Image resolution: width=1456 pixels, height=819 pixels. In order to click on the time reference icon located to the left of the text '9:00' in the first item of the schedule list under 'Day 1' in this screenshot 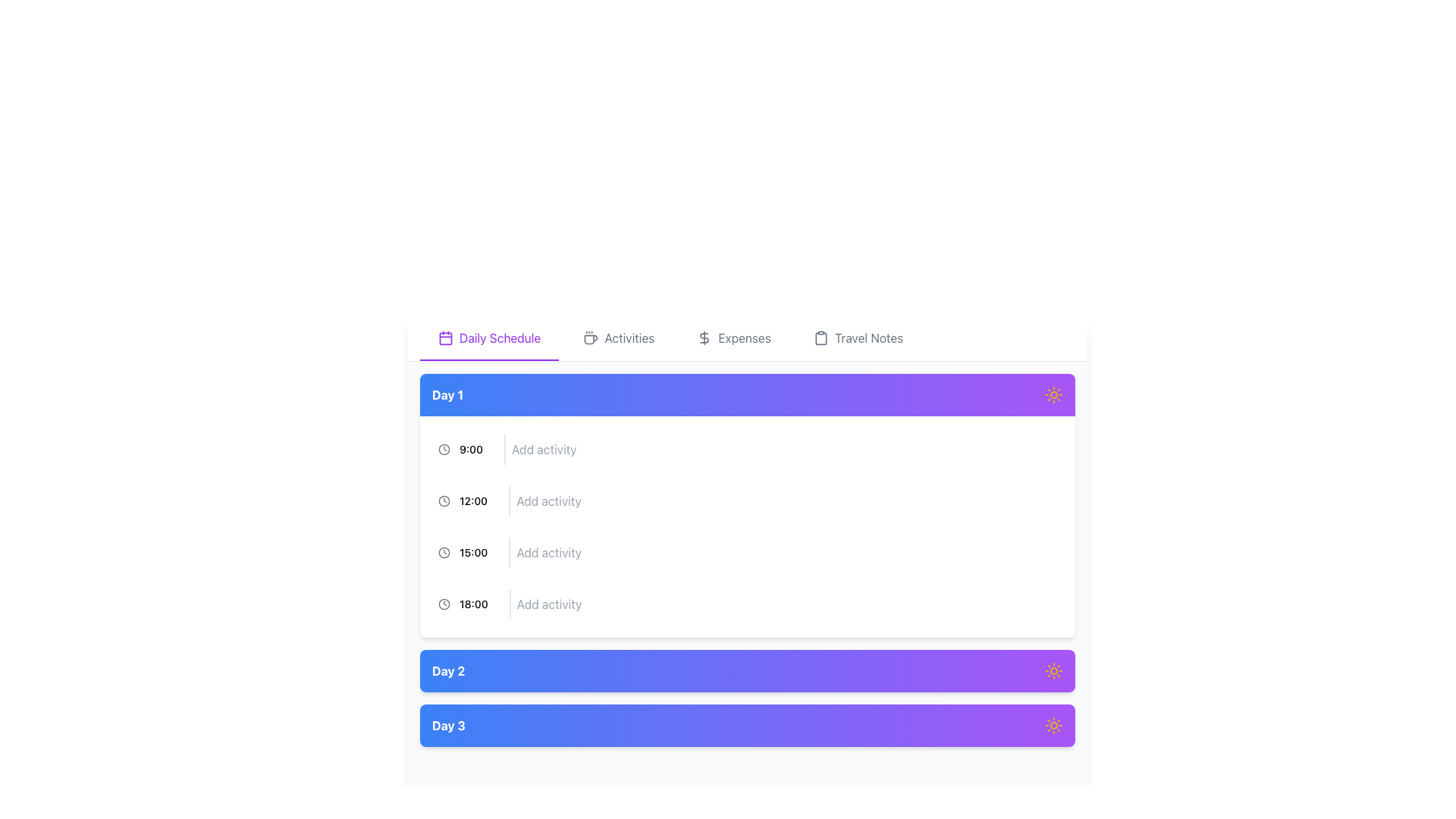, I will do `click(443, 449)`.